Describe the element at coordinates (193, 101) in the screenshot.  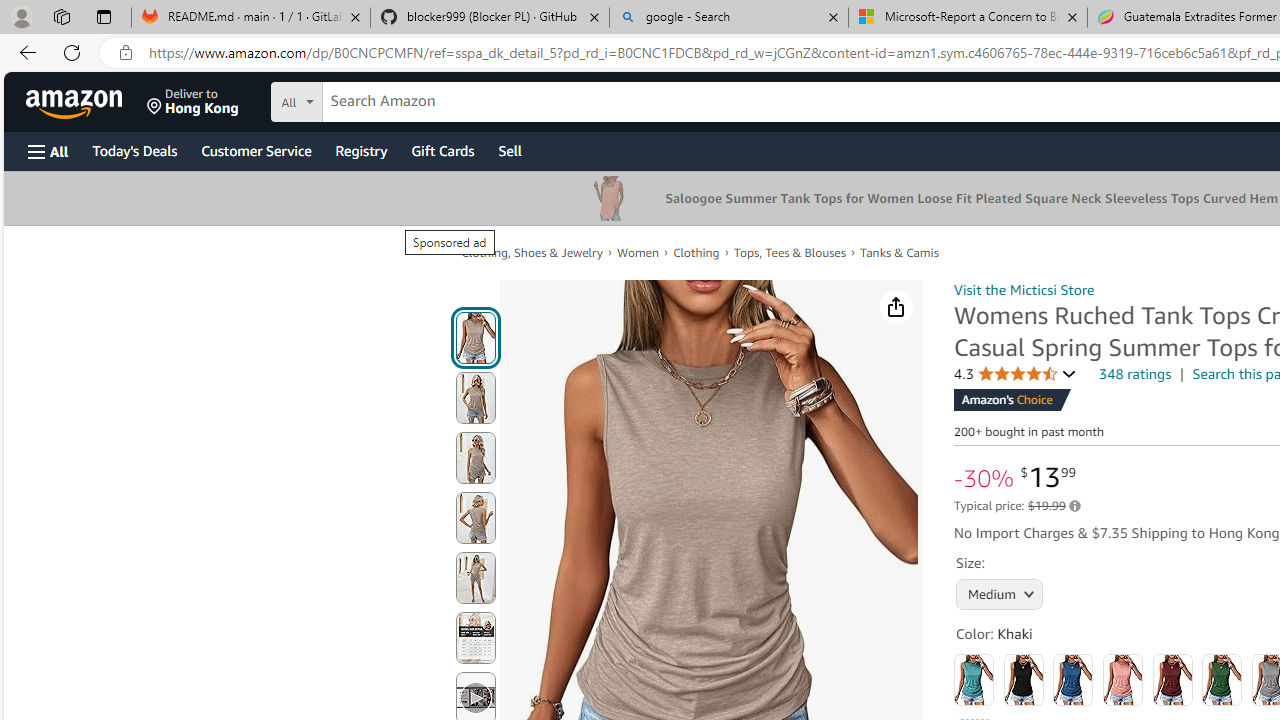
I see `'Deliver to Hong Kong'` at that location.